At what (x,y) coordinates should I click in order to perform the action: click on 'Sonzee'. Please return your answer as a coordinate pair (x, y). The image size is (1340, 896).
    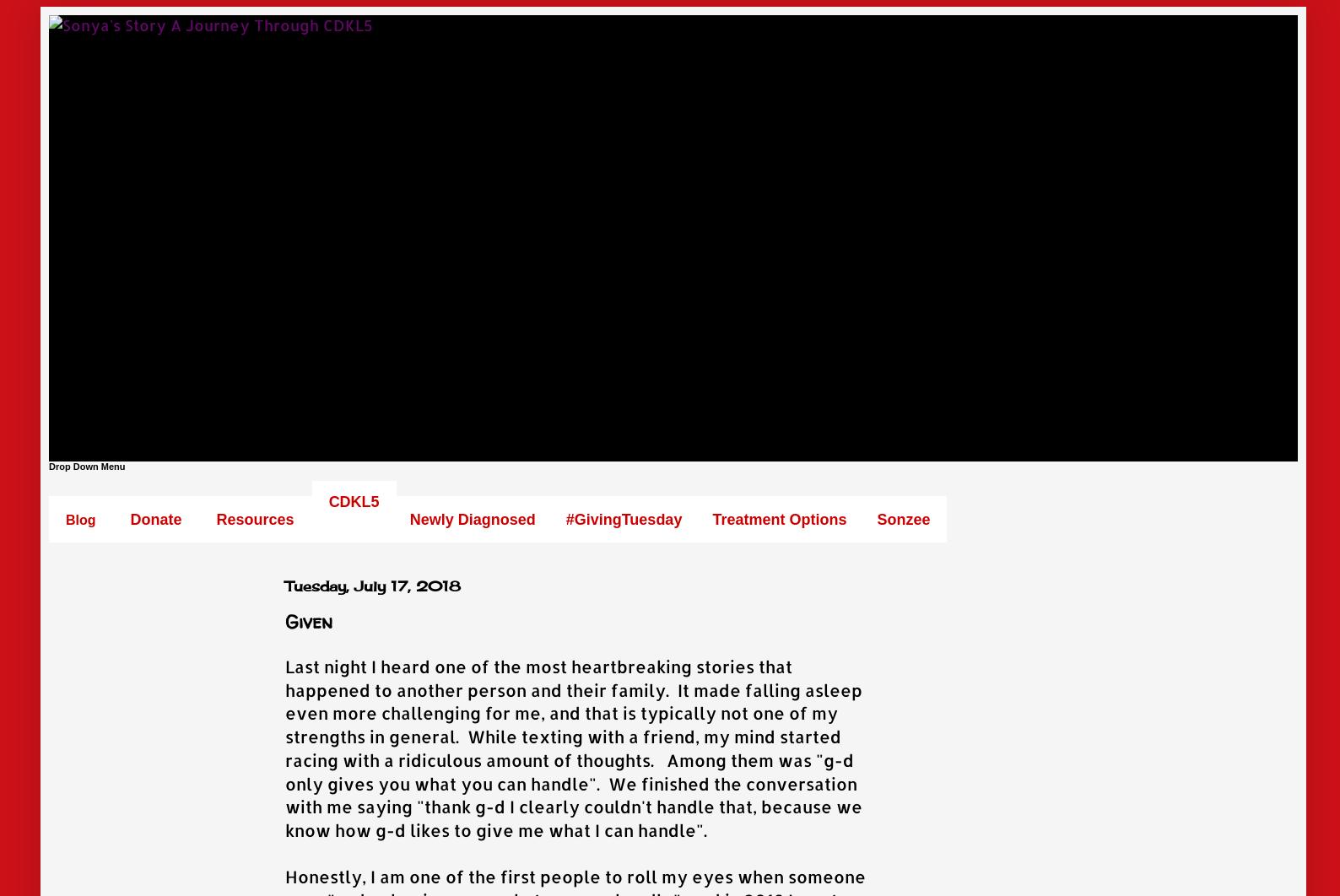
    Looking at the image, I should click on (877, 519).